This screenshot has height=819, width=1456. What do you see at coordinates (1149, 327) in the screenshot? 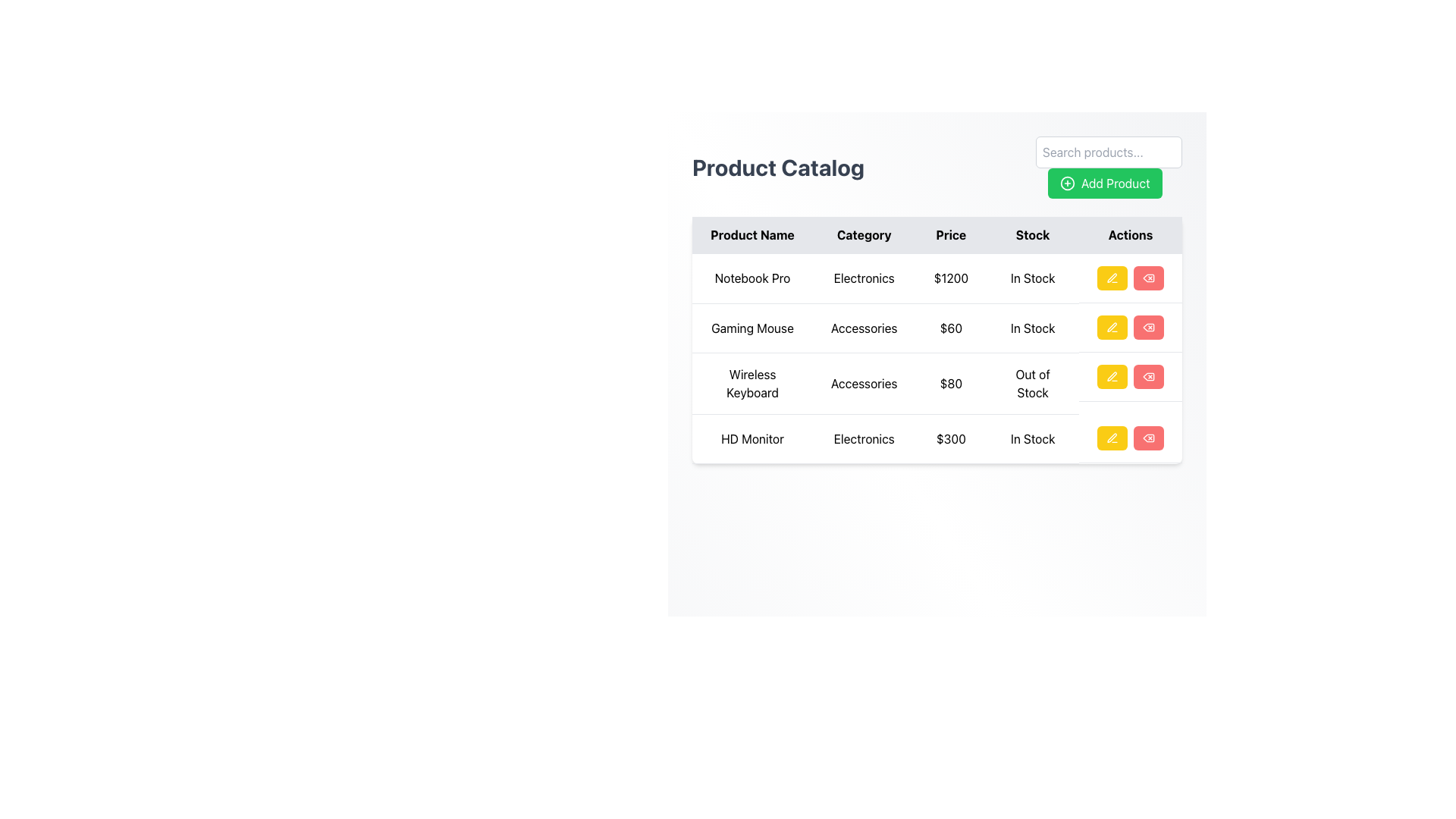
I see `the delete button located in the 'Actions' column of the second row of the table for 'Gaming Mouse'` at bounding box center [1149, 327].